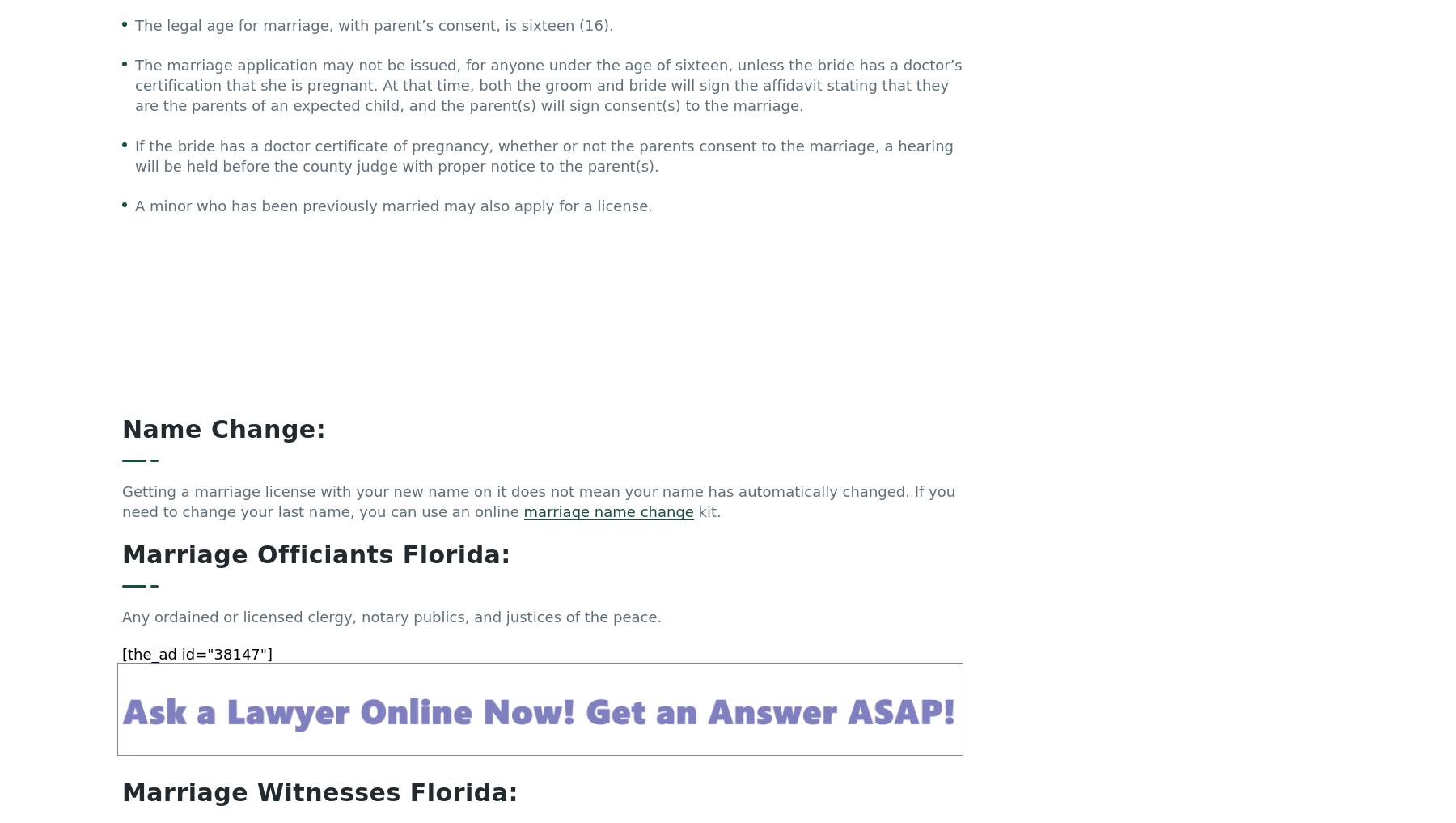 This screenshot has width=1456, height=823. What do you see at coordinates (321, 644) in the screenshot?
I see `'Marriage license is valid for 60 days after issuance.'` at bounding box center [321, 644].